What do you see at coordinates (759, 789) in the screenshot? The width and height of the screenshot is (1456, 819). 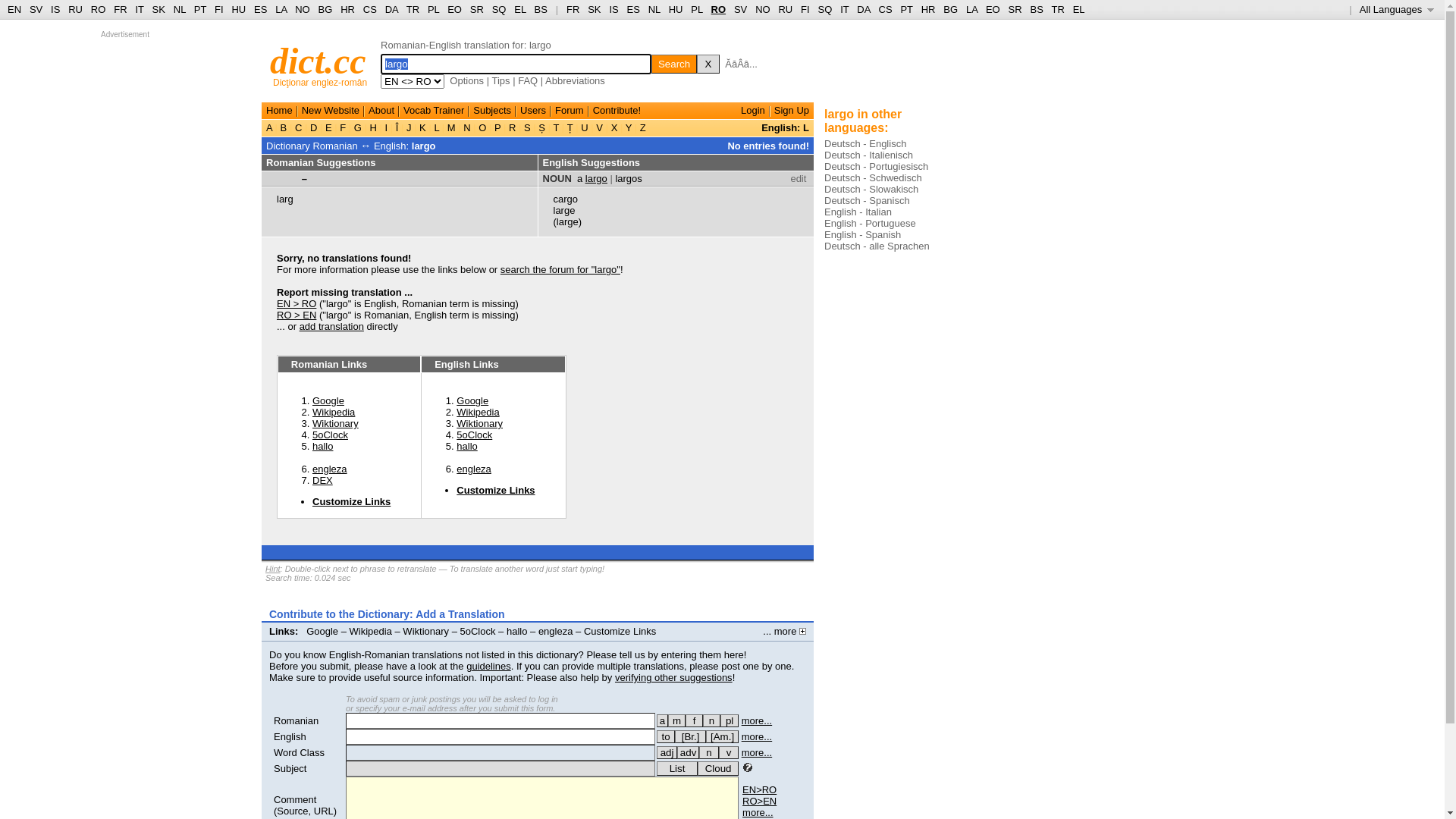 I see `'EN>RO'` at bounding box center [759, 789].